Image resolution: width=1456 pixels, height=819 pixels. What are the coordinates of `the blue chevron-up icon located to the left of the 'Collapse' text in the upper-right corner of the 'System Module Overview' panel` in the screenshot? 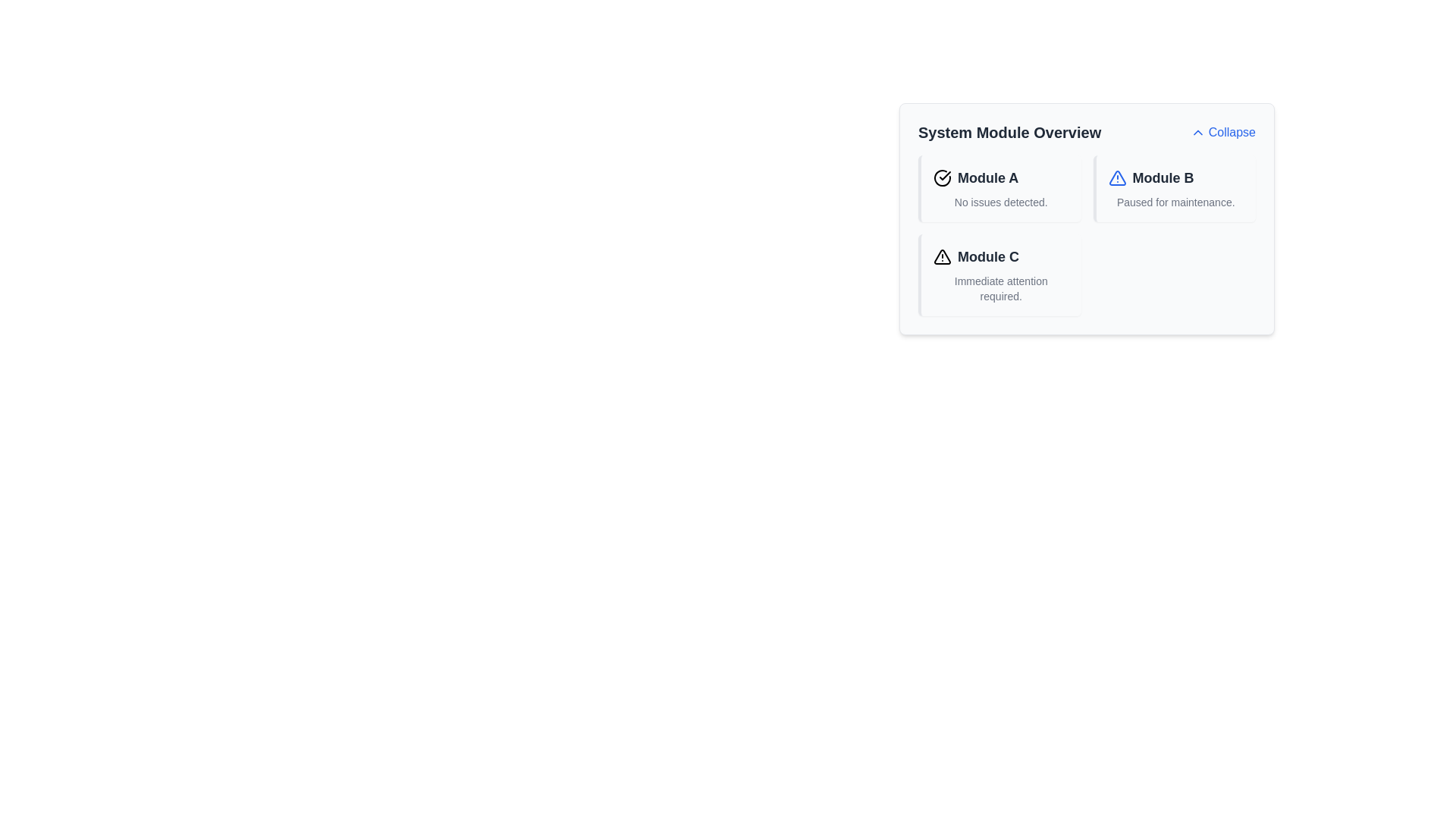 It's located at (1197, 131).